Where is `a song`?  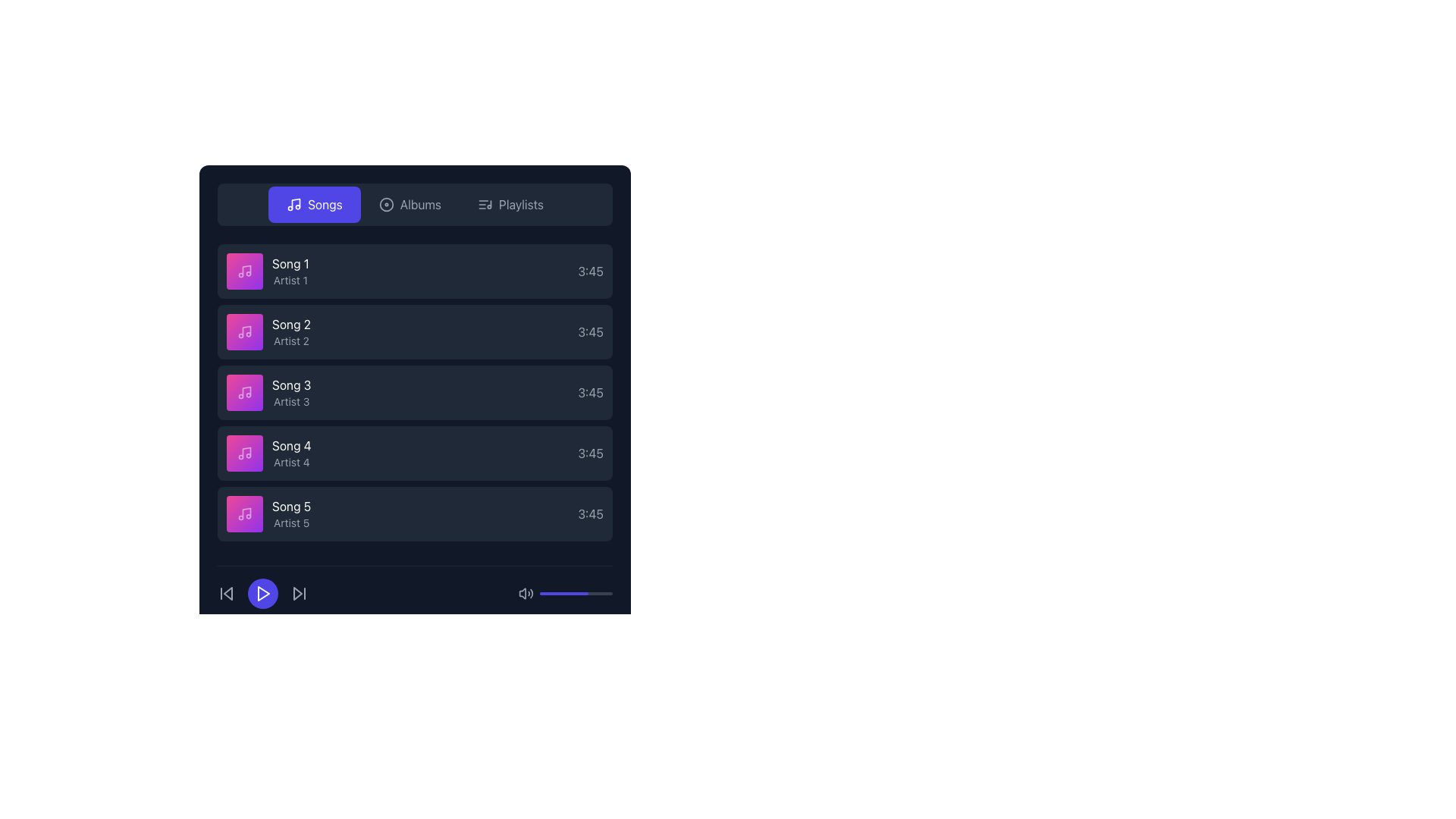
a song is located at coordinates (415, 391).